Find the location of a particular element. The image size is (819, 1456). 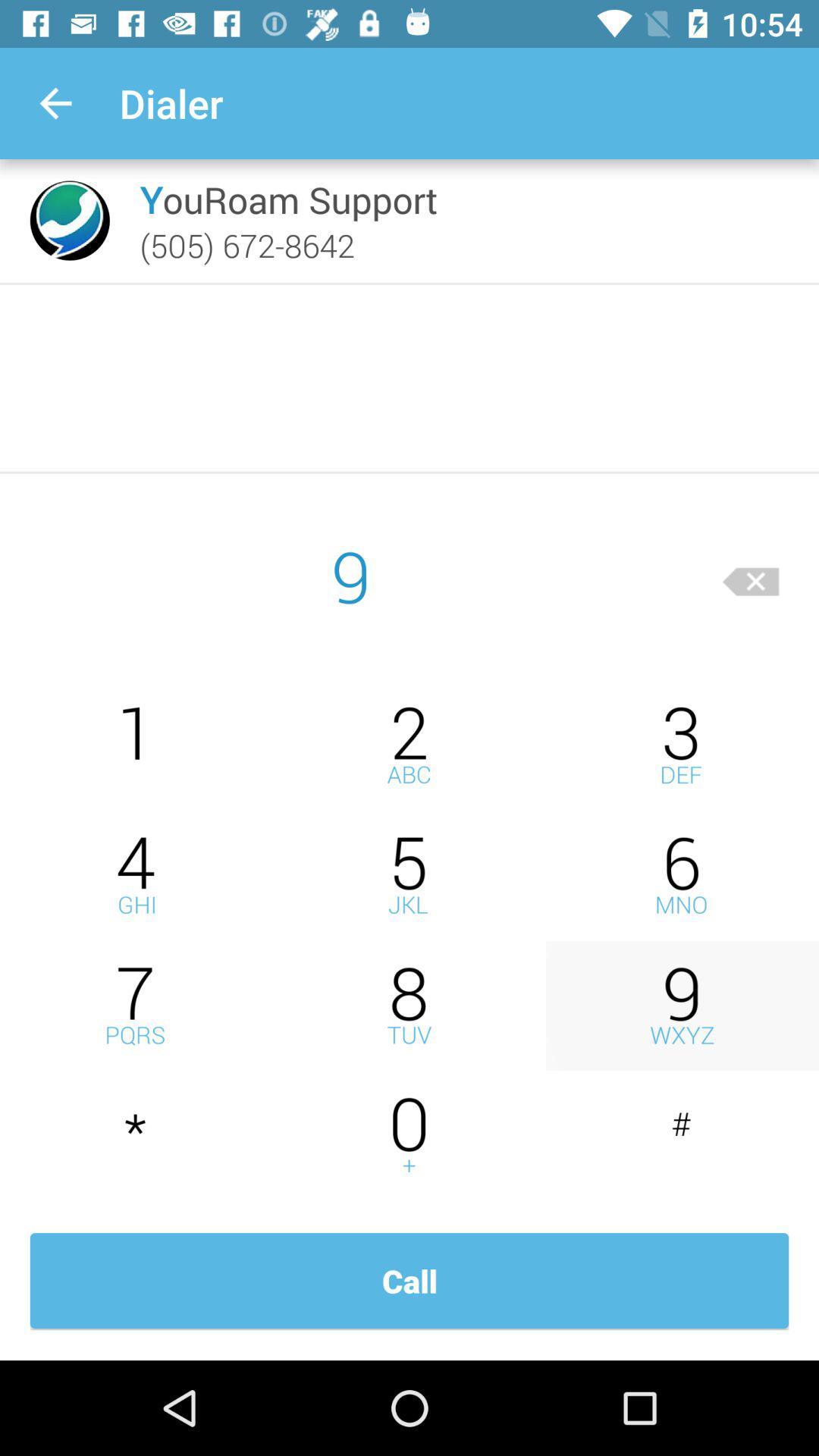

dialler number 3 is located at coordinates (681, 745).